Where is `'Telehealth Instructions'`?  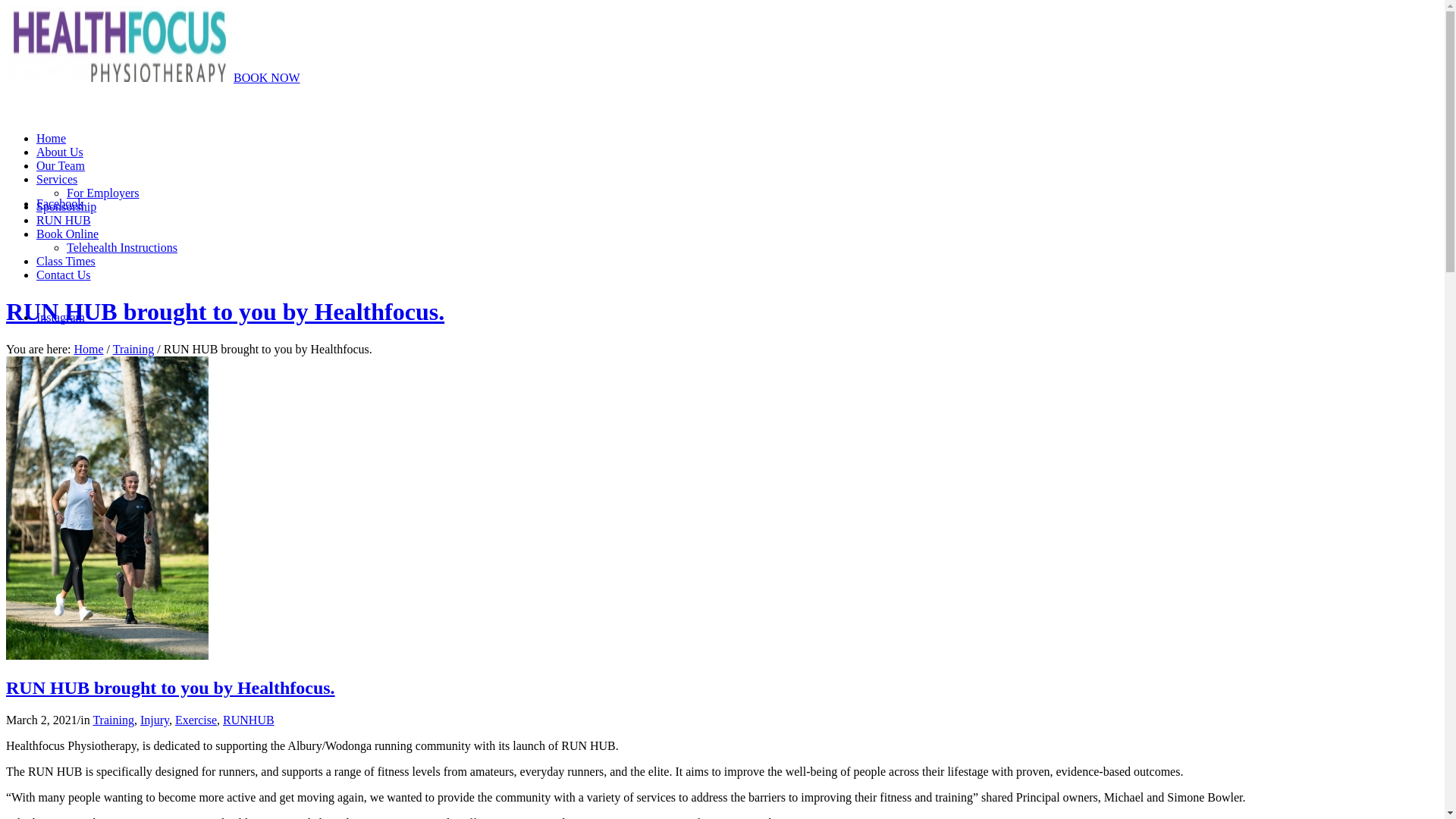 'Telehealth Instructions' is located at coordinates (65, 246).